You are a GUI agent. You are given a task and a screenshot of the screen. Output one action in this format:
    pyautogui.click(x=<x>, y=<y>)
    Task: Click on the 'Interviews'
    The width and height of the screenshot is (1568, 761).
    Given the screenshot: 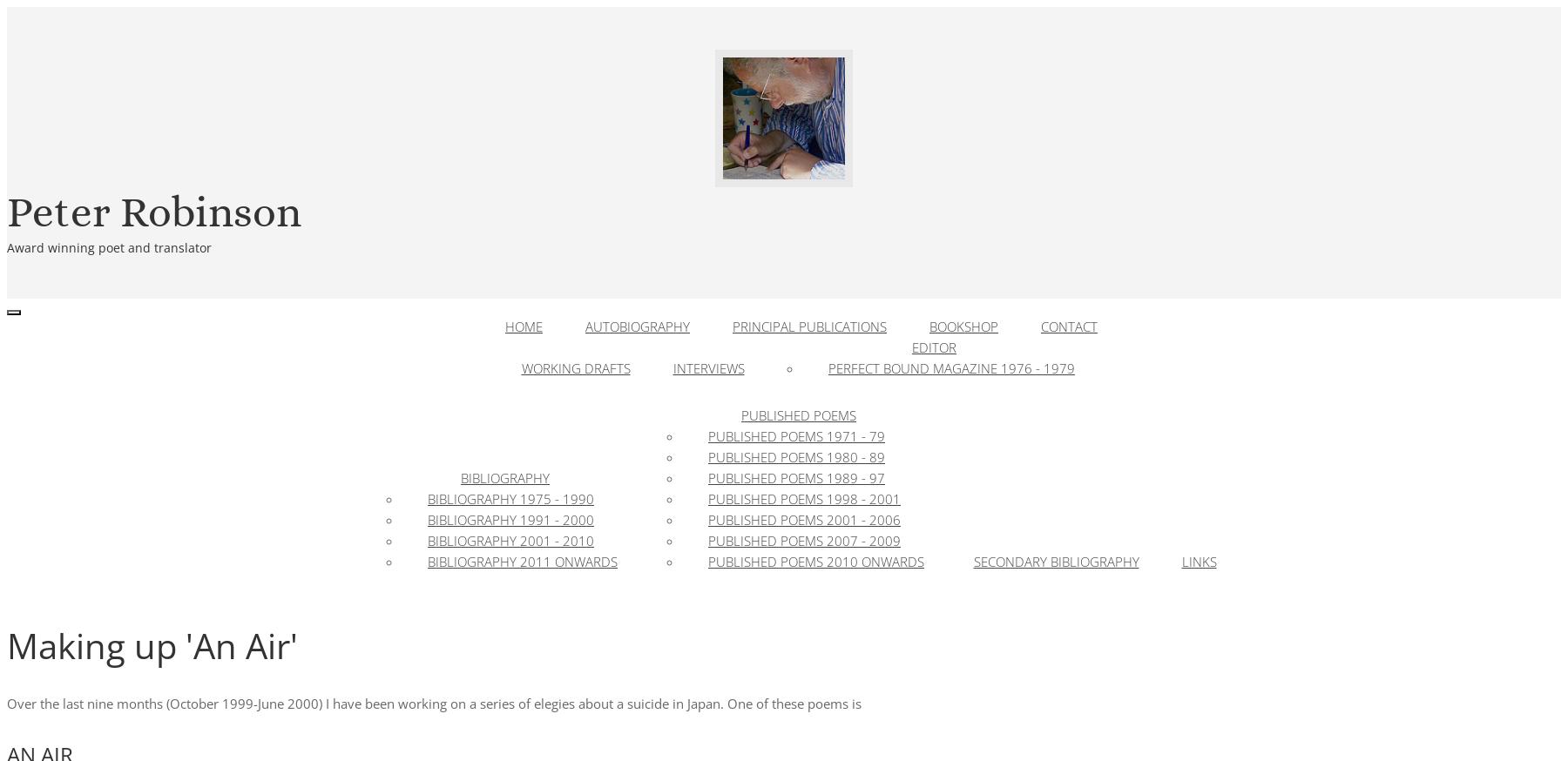 What is the action you would take?
    pyautogui.click(x=708, y=368)
    